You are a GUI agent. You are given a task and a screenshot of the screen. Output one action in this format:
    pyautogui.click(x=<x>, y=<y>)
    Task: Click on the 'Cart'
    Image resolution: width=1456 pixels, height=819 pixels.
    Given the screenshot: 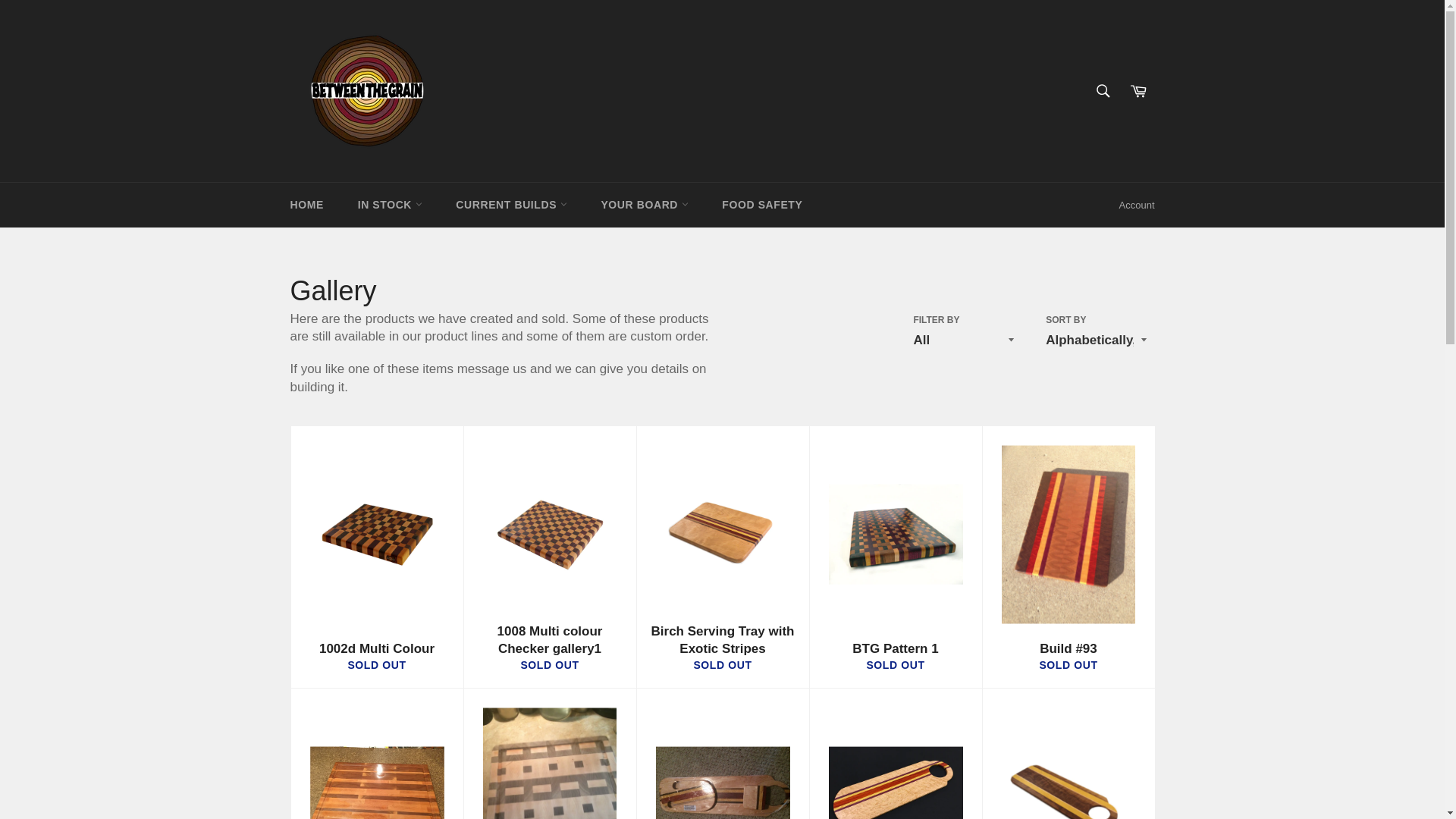 What is the action you would take?
    pyautogui.click(x=1138, y=90)
    